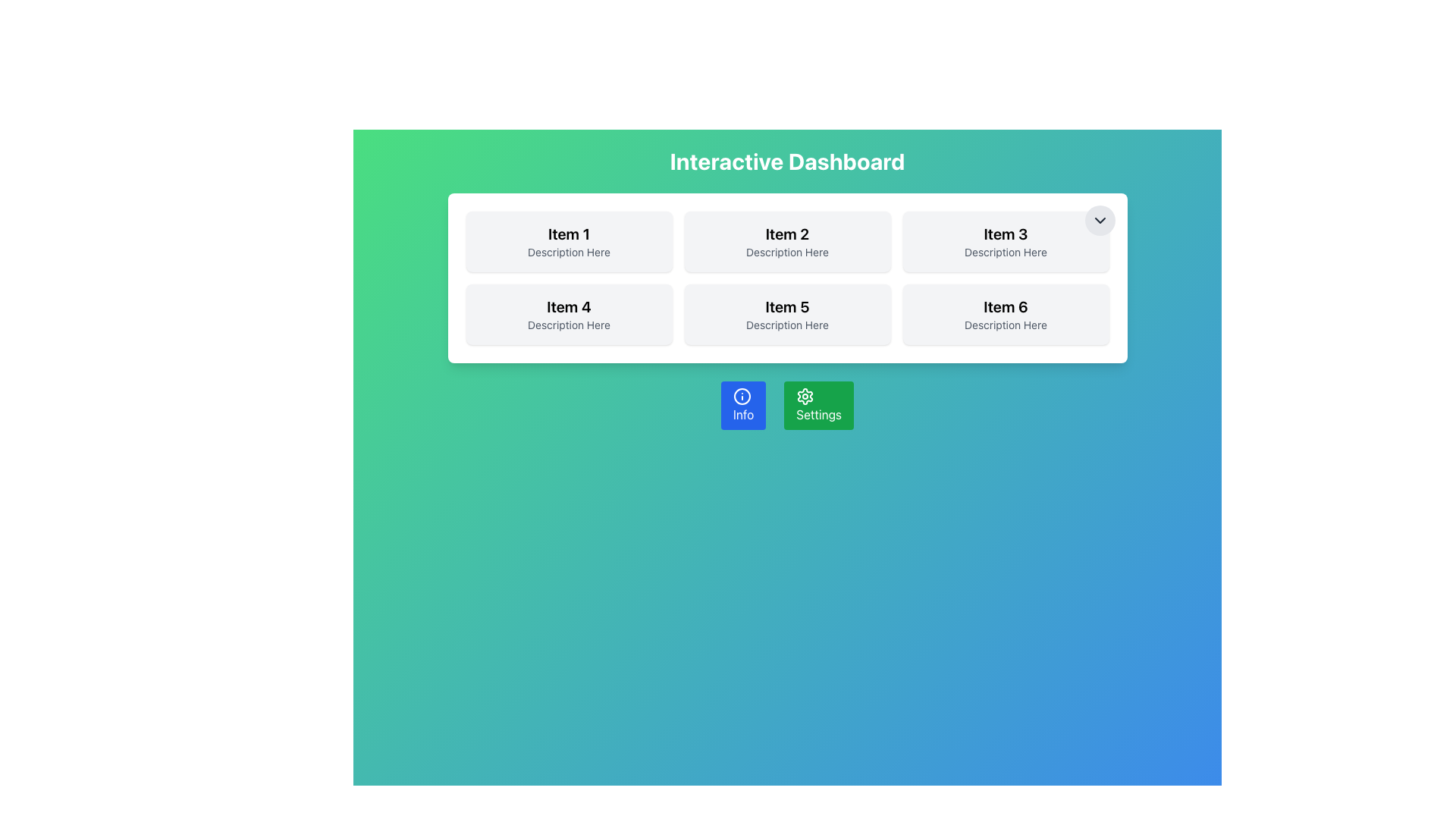  What do you see at coordinates (568, 251) in the screenshot?
I see `the text label that provides supporting information related to 'Item 1', which is located directly below the text titled 'Item 1' in the top-left card of the grid` at bounding box center [568, 251].